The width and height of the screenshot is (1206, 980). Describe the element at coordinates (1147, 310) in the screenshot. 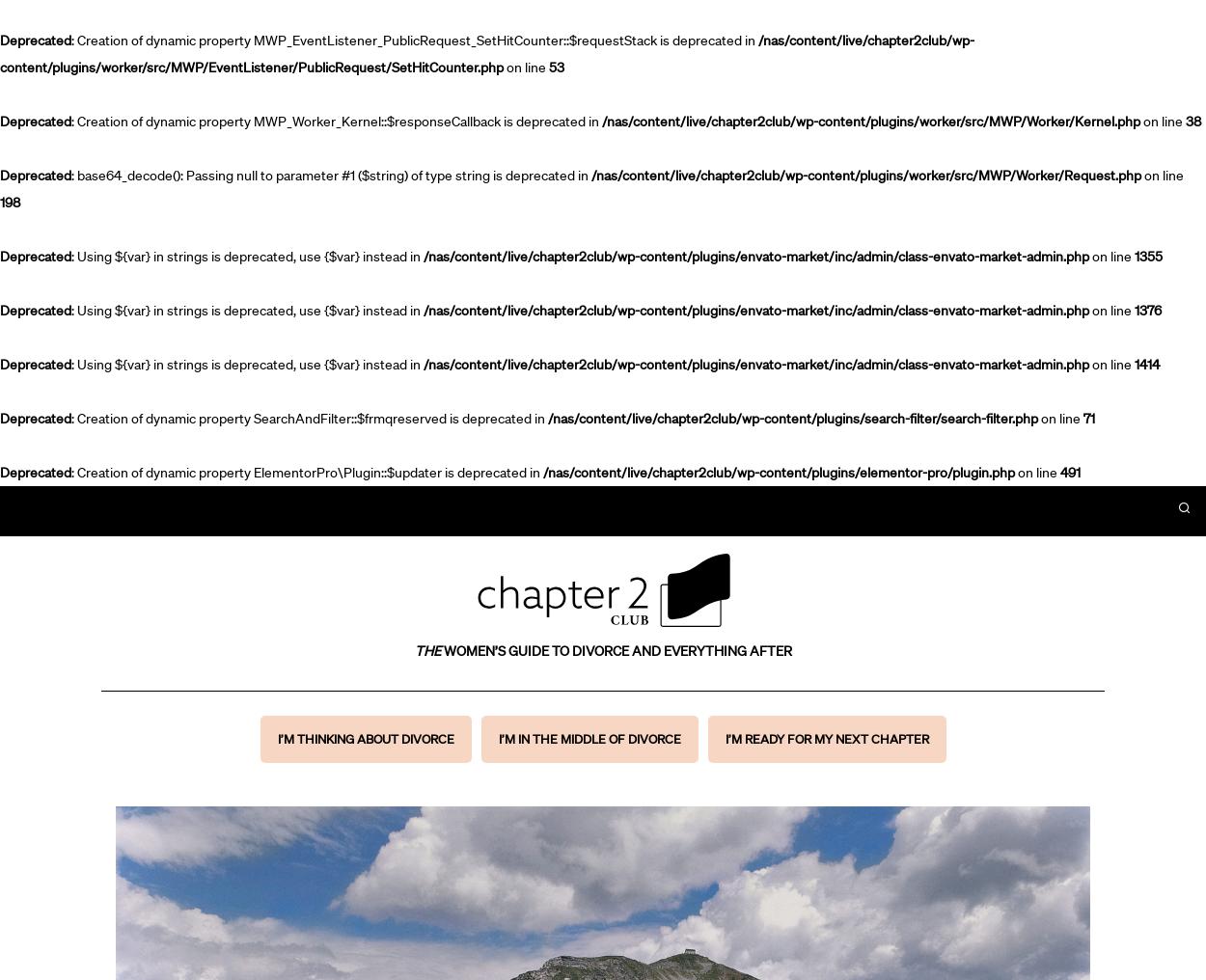

I see `'1376'` at that location.